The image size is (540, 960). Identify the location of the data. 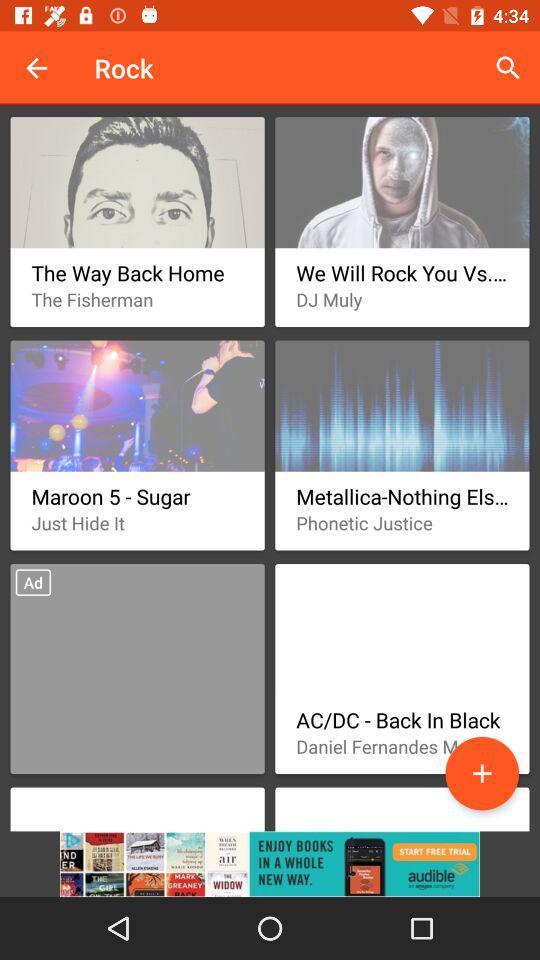
(481, 772).